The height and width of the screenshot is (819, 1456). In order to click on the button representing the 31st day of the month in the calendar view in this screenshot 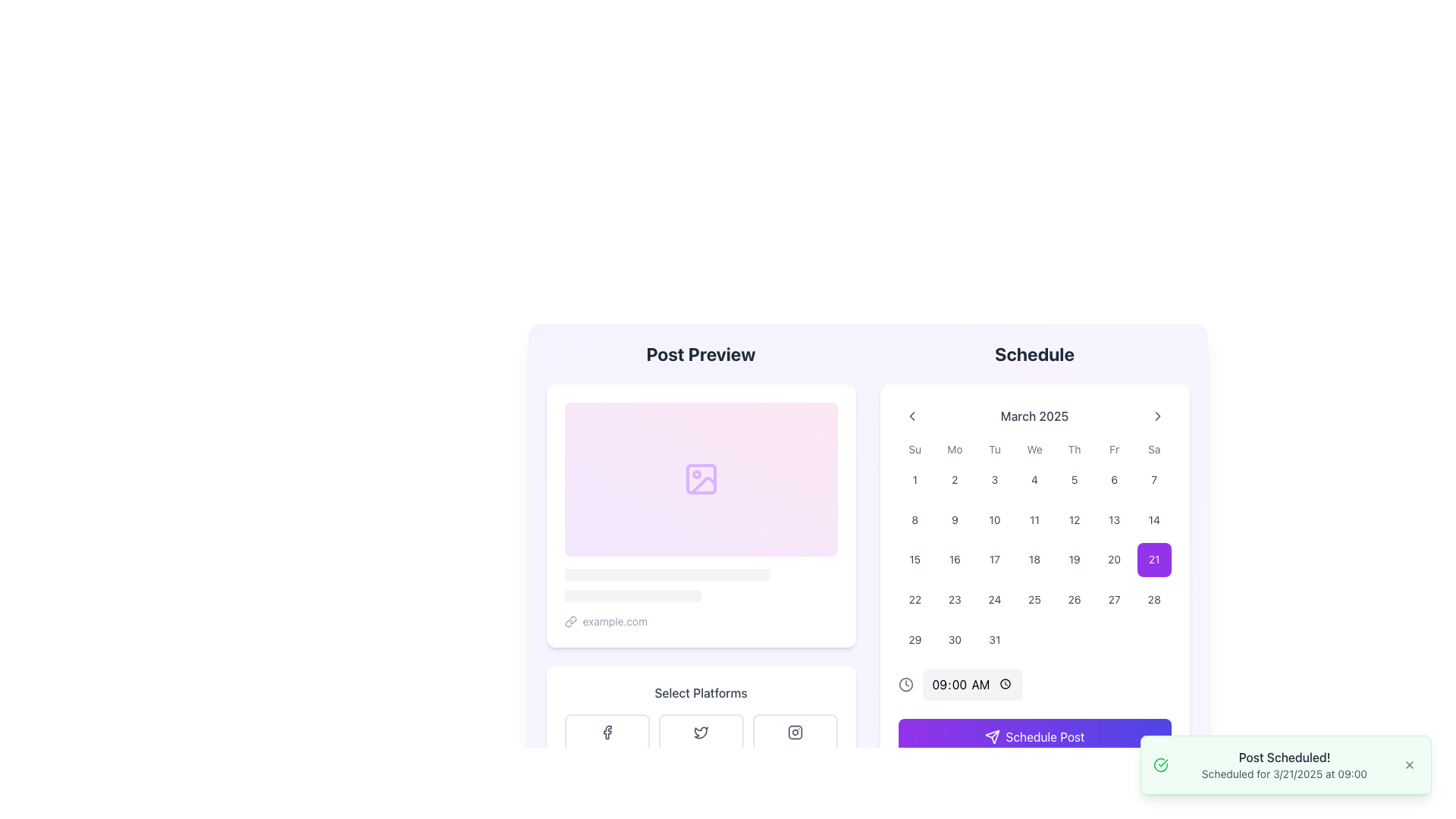, I will do `click(994, 639)`.